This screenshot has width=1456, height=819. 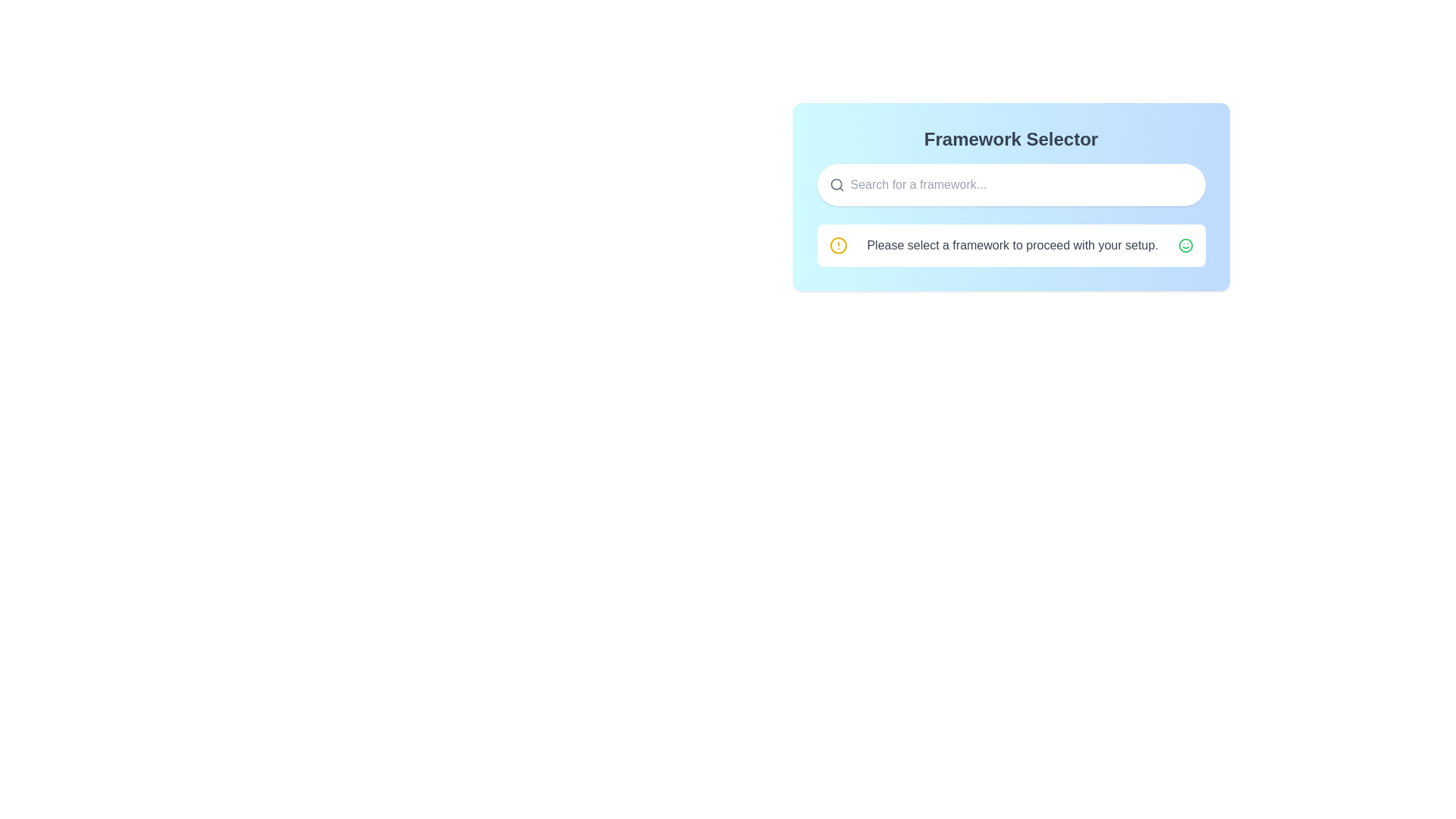 What do you see at coordinates (1011, 245) in the screenshot?
I see `the informational banner that displays the message 'Please select a framework to proceed with your setup.' which is styled with a light background and contains warning and success icons` at bounding box center [1011, 245].